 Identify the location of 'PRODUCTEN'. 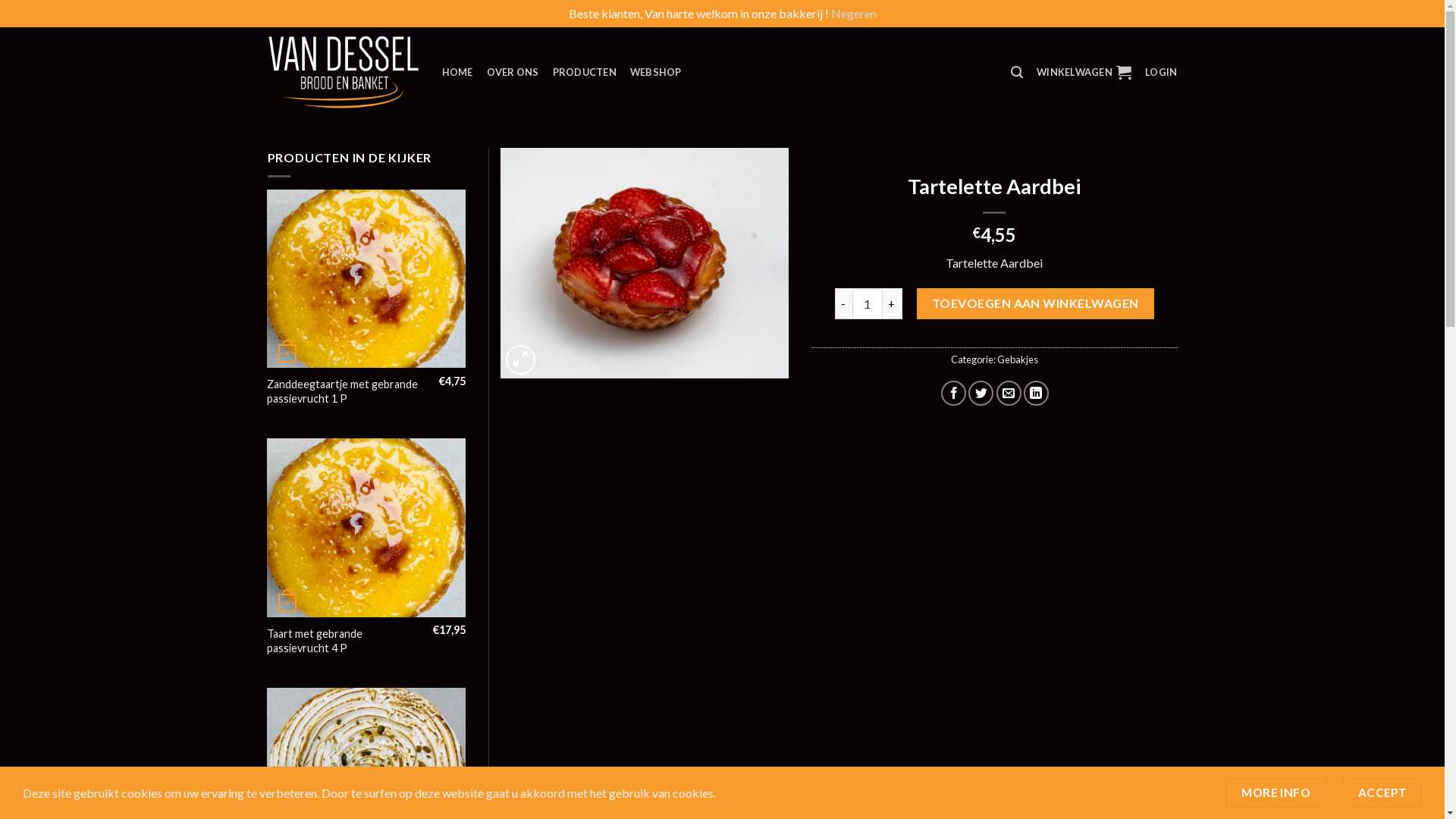
(584, 72).